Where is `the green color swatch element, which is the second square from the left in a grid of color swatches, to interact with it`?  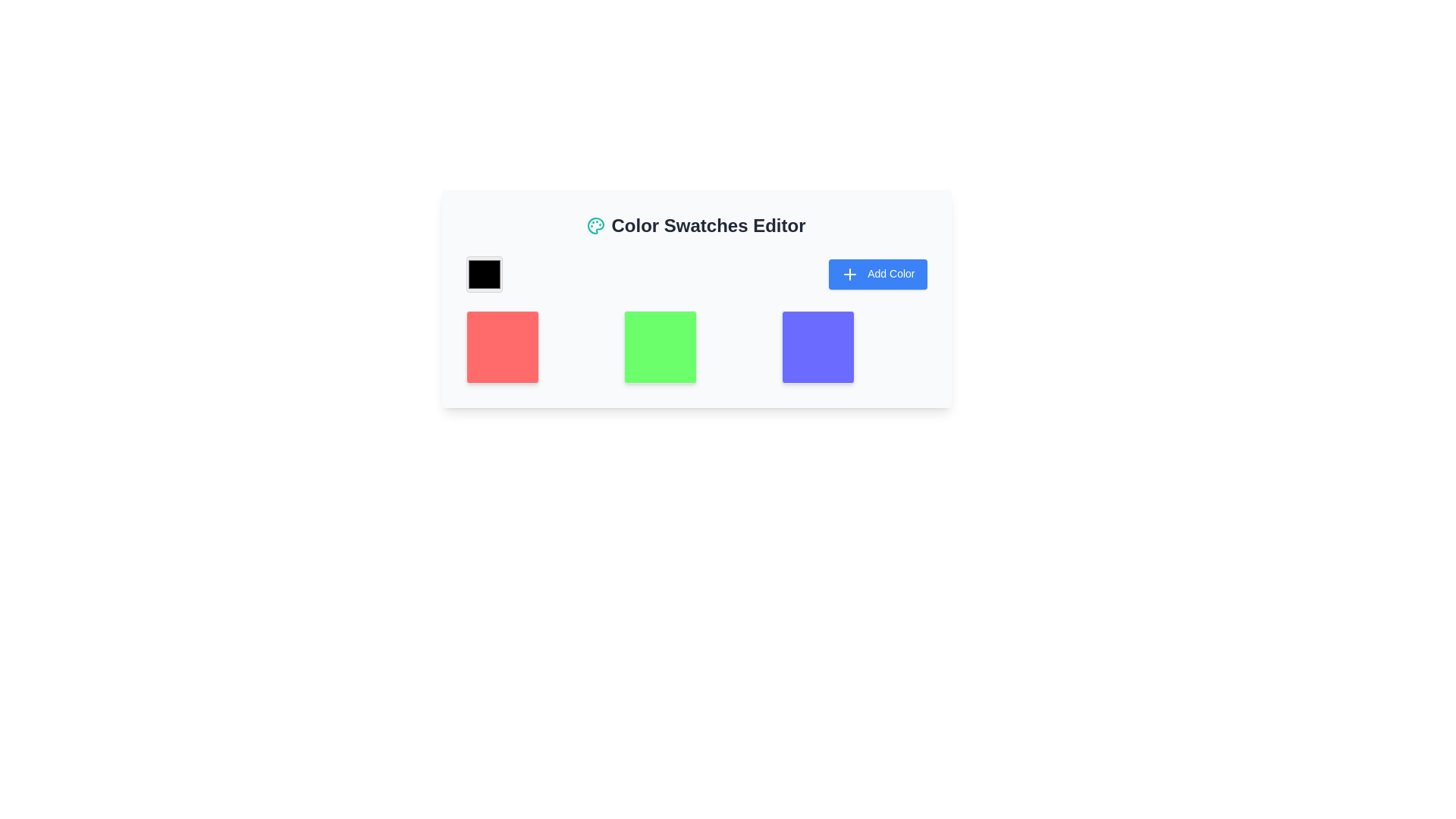 the green color swatch element, which is the second square from the left in a grid of color swatches, to interact with it is located at coordinates (695, 347).